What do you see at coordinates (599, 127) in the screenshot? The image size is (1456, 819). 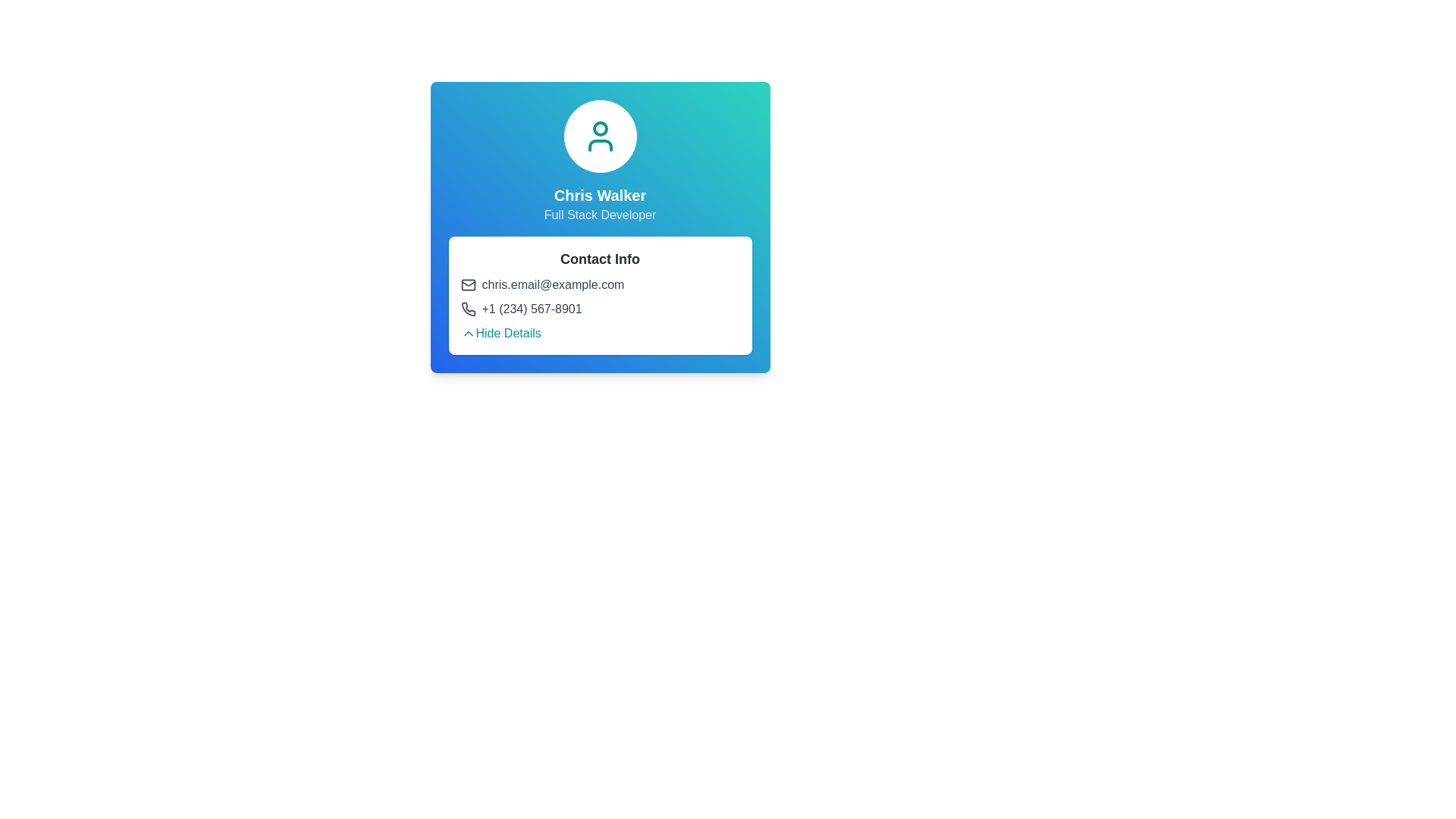 I see `the graphical component that forms a facial characteristic in the profile illustration, located centrally within the top rounded area of the card above the name 'Chris Walker'` at bounding box center [599, 127].